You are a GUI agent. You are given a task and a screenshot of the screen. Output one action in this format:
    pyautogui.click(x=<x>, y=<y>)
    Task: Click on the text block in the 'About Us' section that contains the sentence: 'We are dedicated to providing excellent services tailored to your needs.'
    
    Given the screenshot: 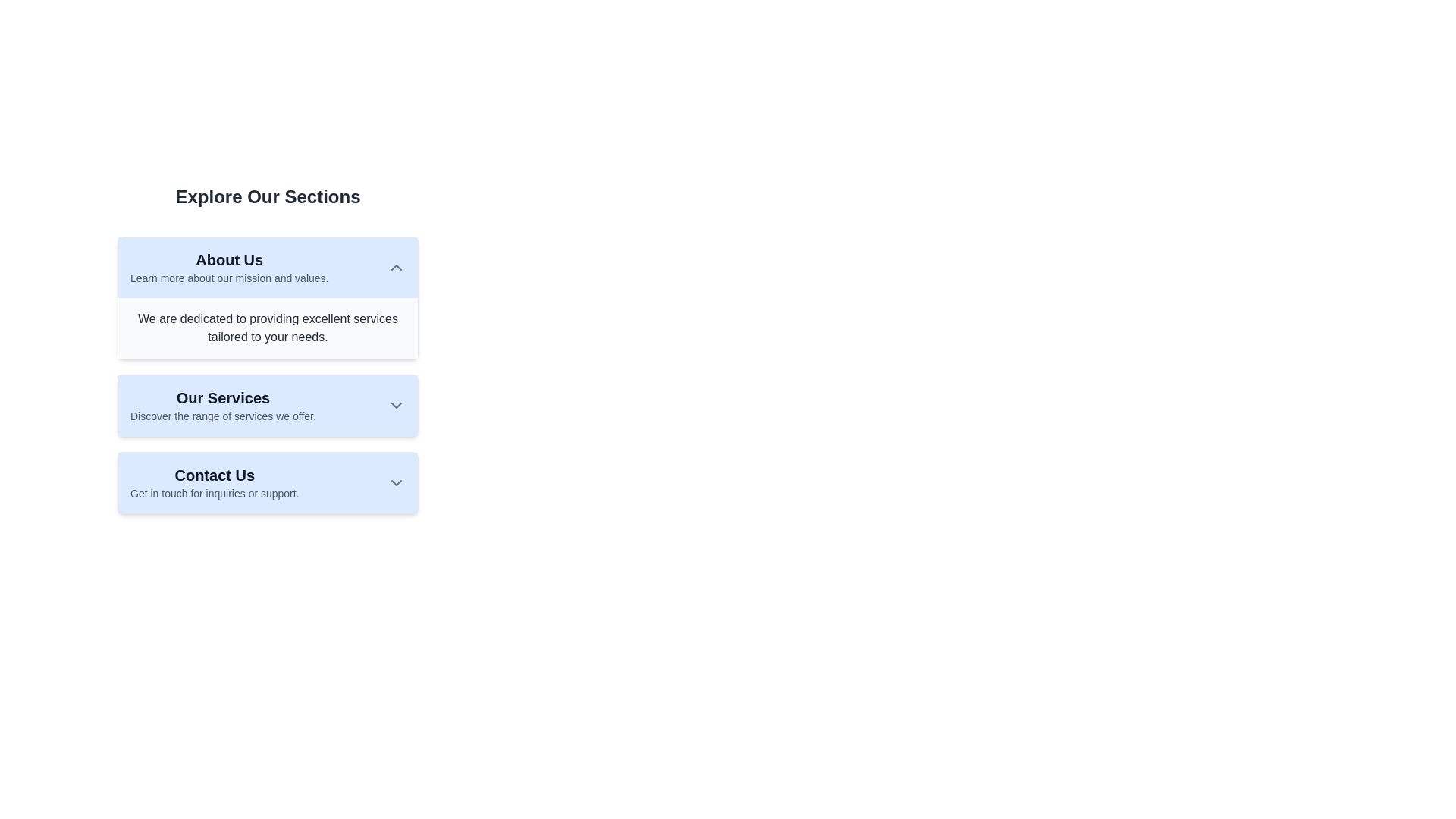 What is the action you would take?
    pyautogui.click(x=268, y=327)
    